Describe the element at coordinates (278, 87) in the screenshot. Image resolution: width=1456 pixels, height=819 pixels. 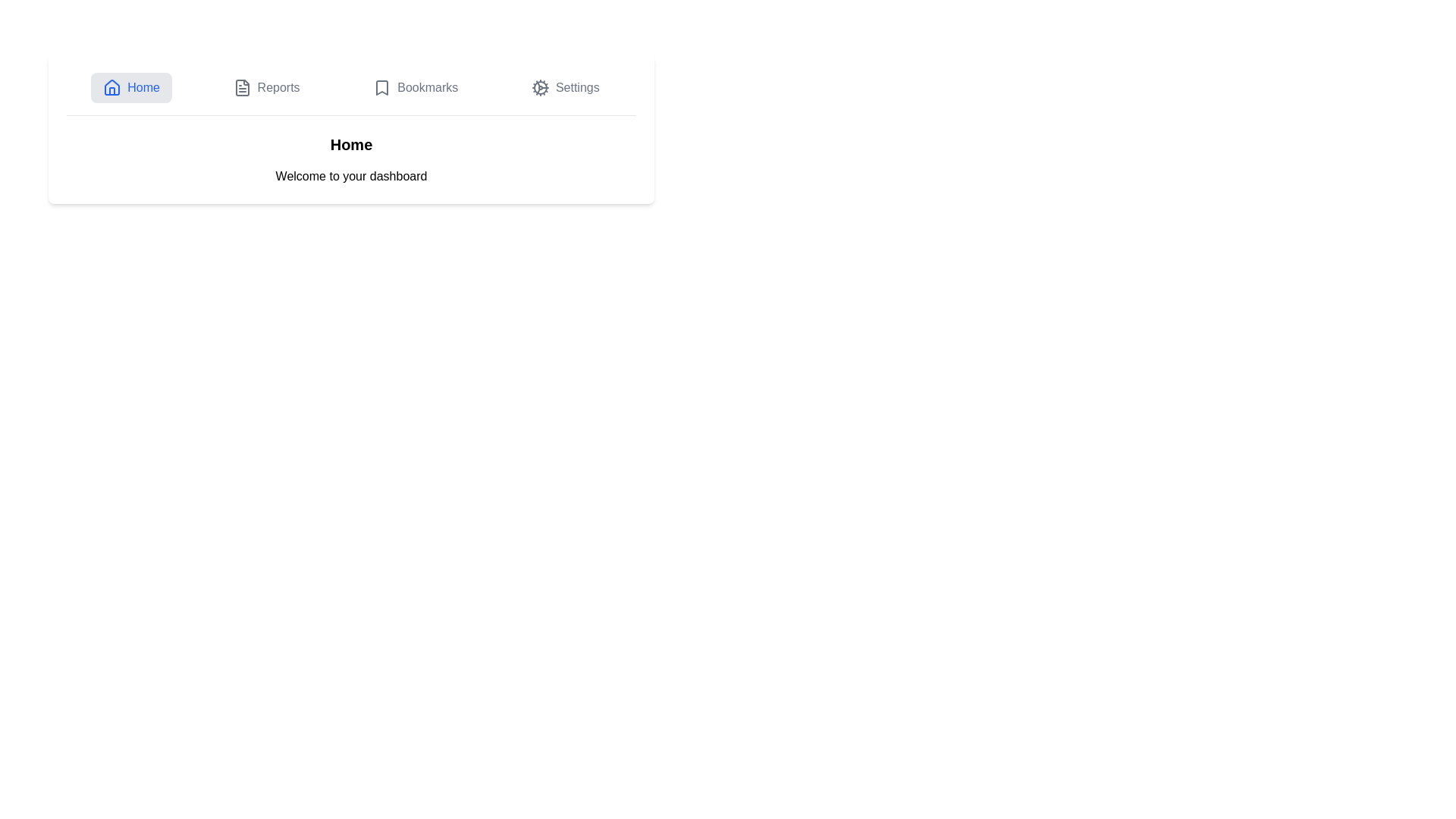
I see `text content of the 'Reports' label located in the top navigation bar, centrally positioned and second in sequence after 'Home'` at that location.